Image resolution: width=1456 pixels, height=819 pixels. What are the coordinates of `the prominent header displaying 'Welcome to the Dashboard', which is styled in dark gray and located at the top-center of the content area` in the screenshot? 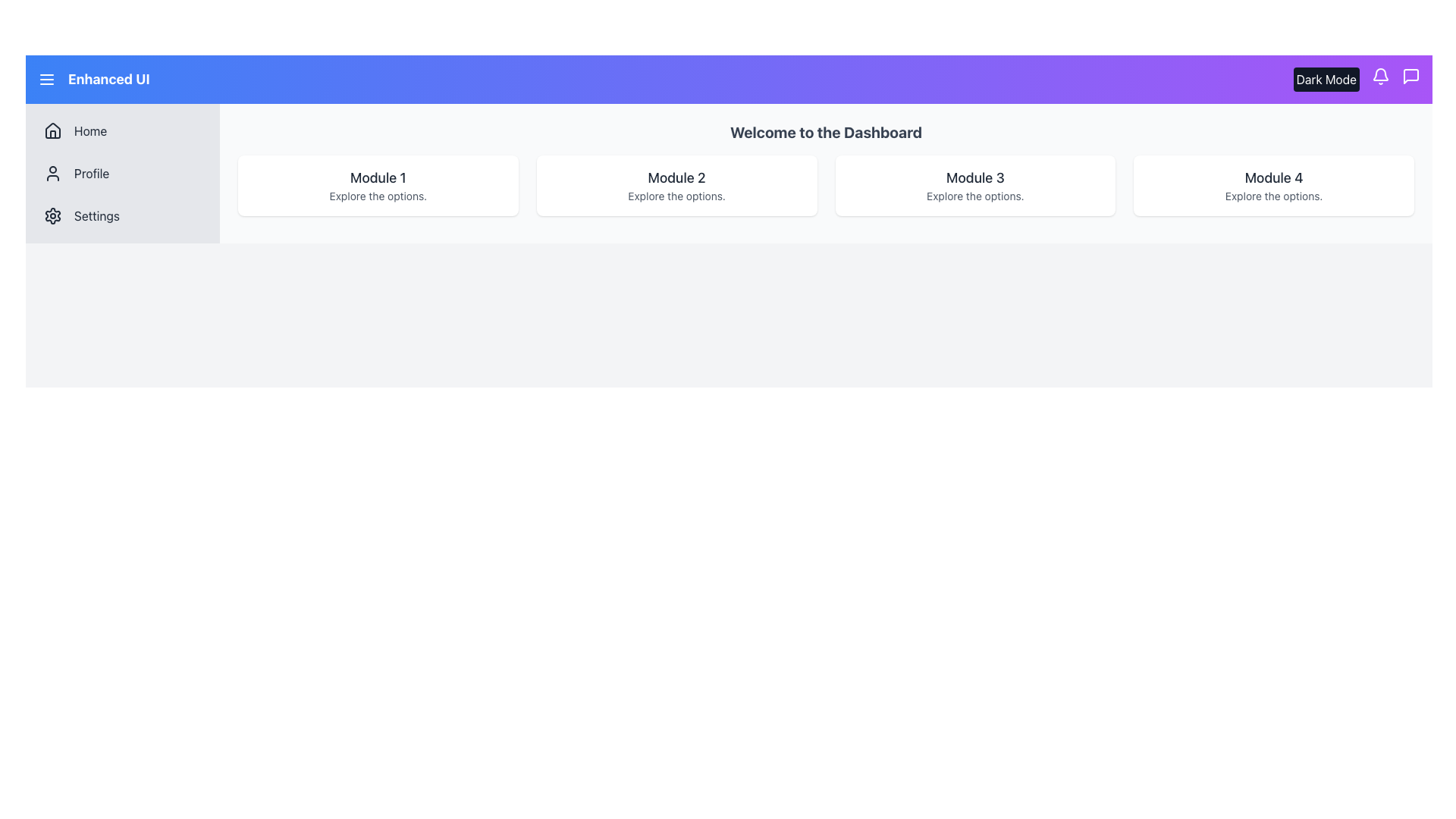 It's located at (825, 131).